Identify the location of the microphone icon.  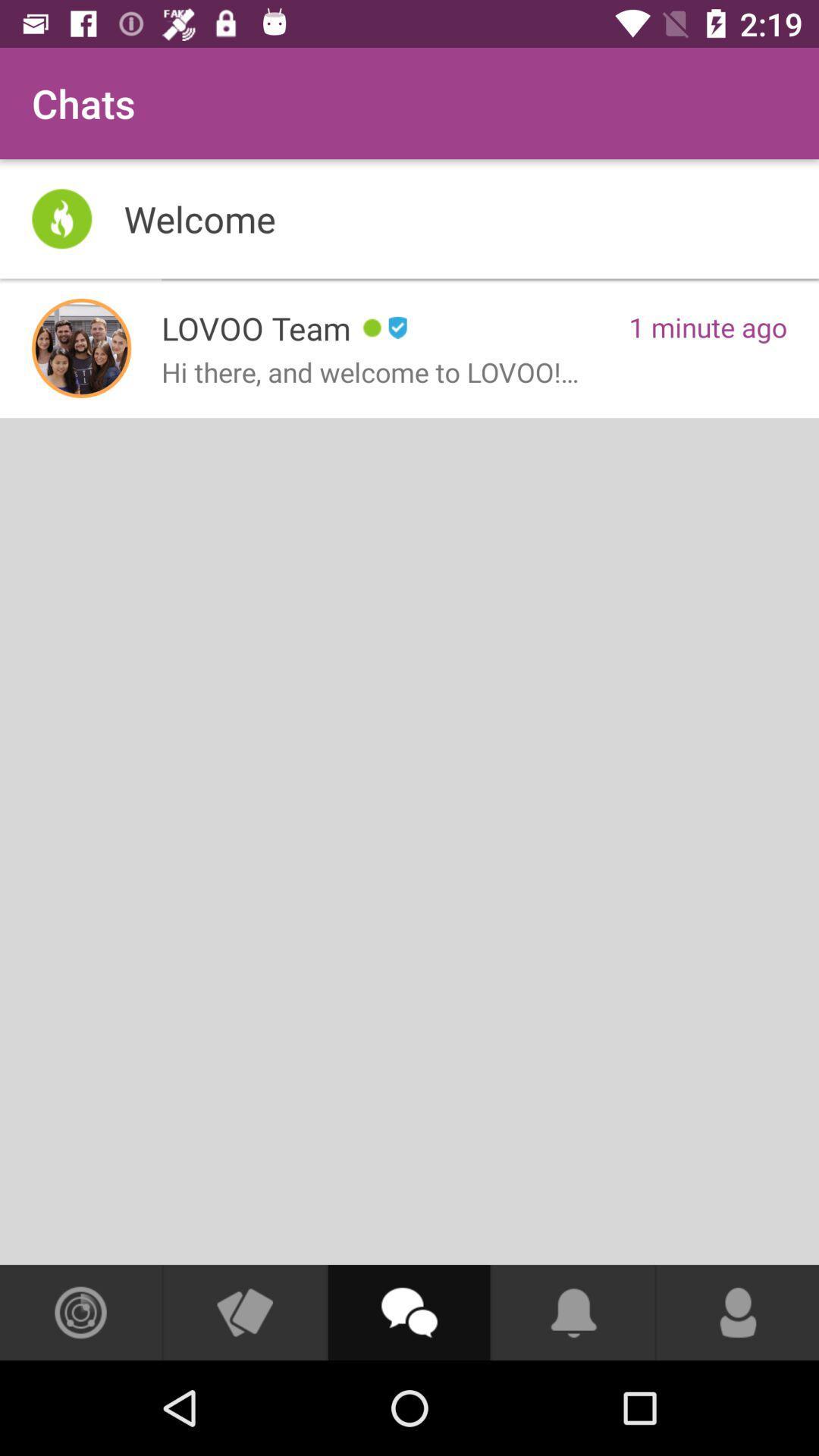
(737, 1312).